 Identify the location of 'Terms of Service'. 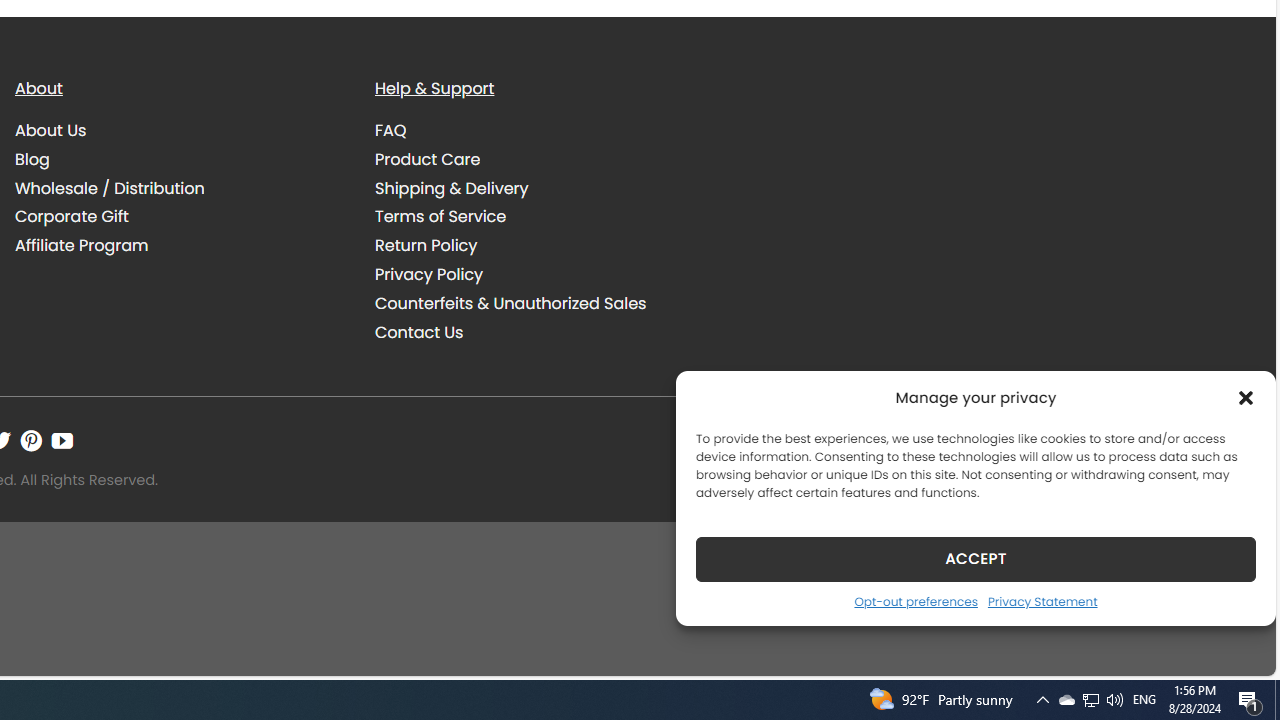
(540, 216).